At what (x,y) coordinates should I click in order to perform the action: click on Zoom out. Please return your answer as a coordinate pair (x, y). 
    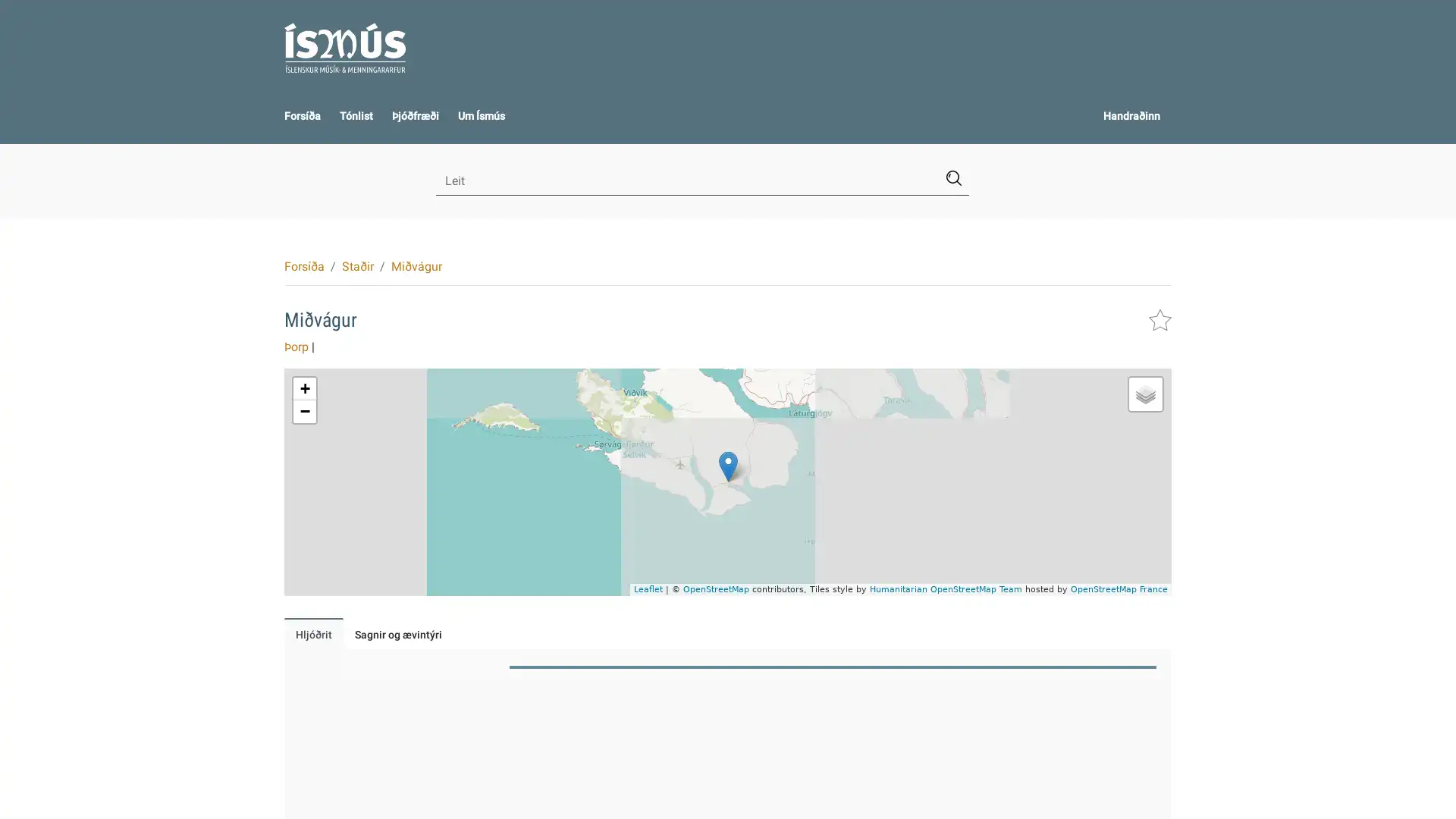
    Looking at the image, I should click on (304, 412).